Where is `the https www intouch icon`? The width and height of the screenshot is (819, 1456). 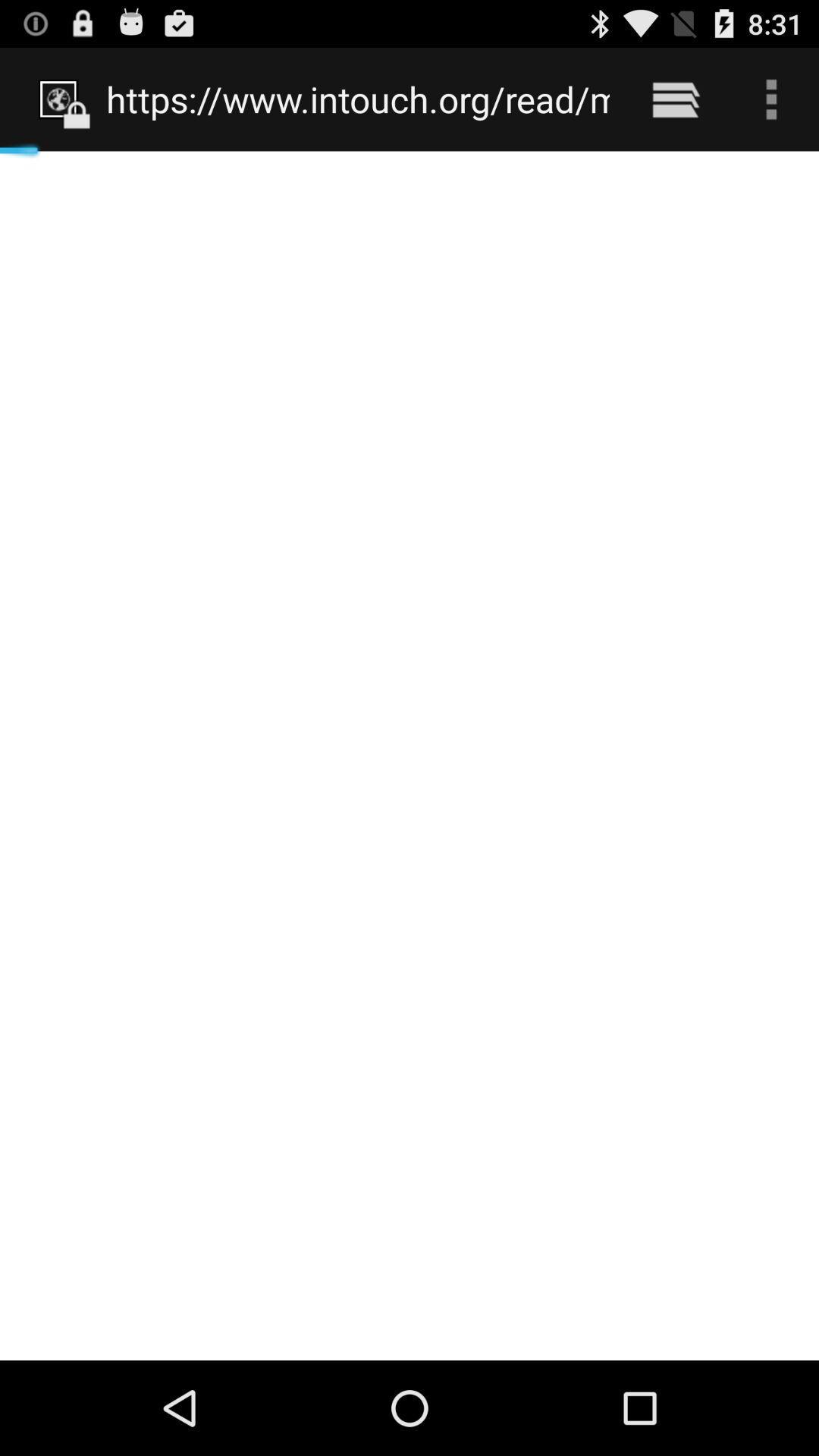 the https www intouch icon is located at coordinates (358, 99).